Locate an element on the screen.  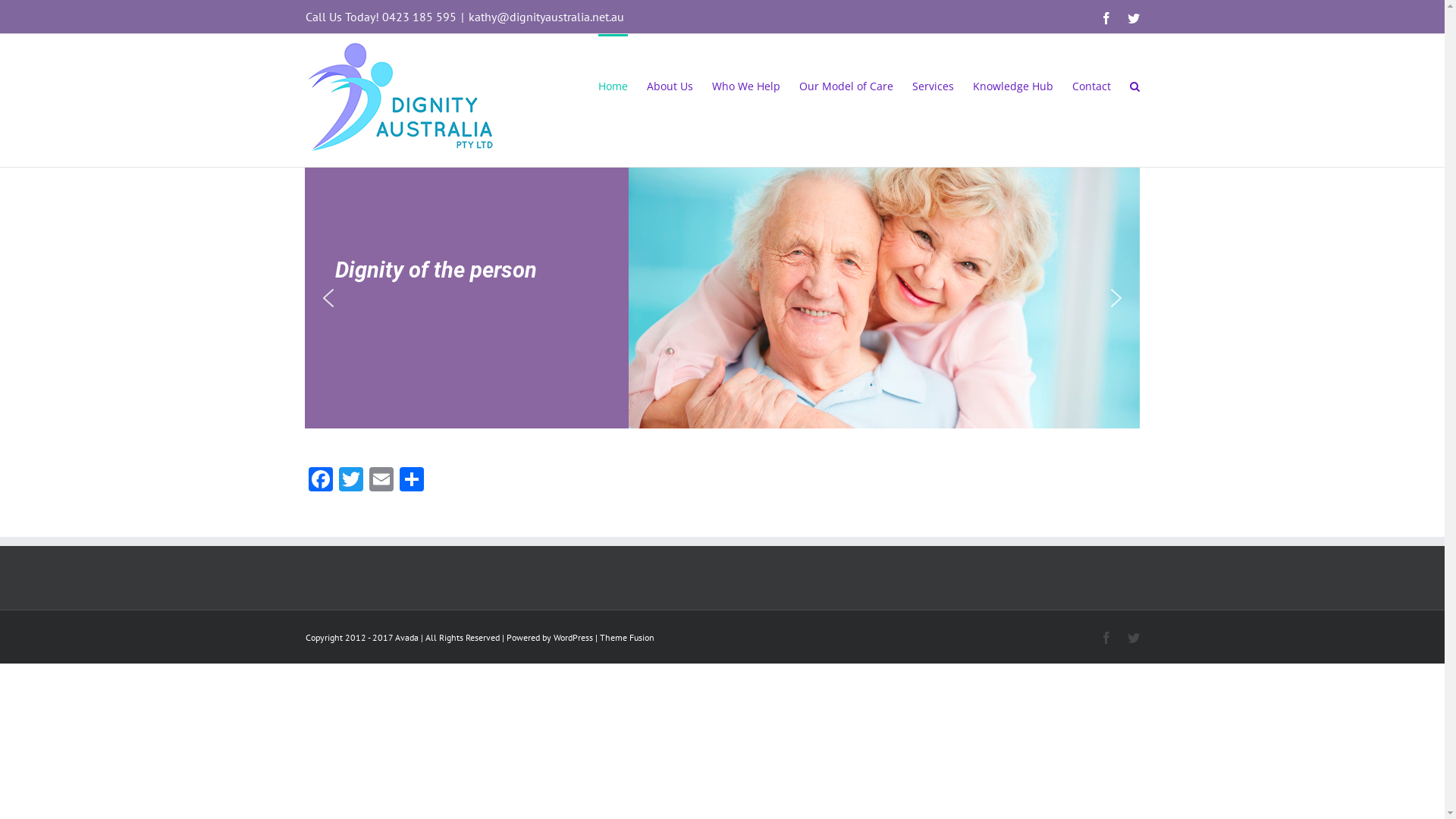
'Share' is located at coordinates (411, 480).